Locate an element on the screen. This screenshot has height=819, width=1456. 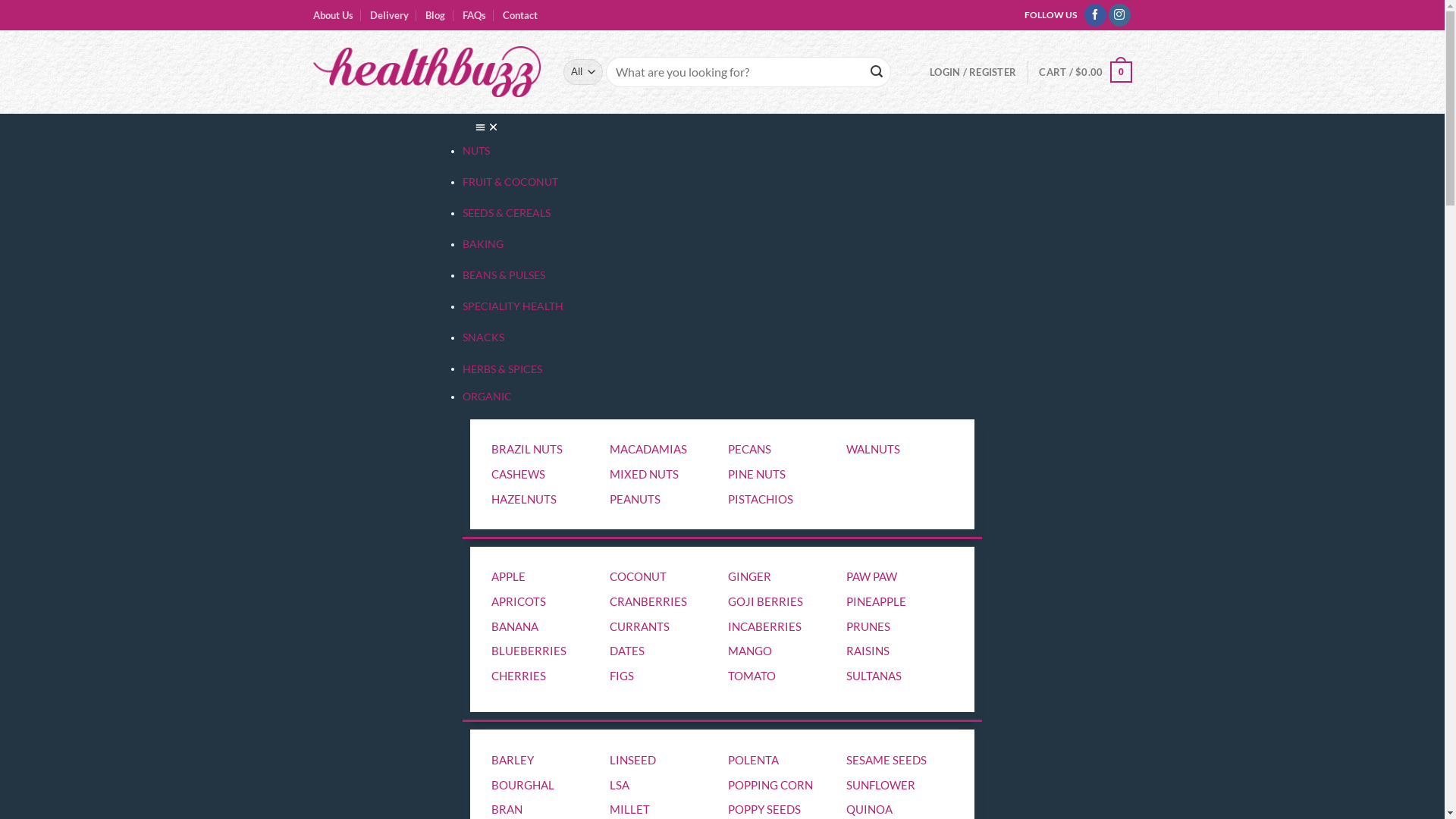
'SUNFLOWER' is located at coordinates (880, 784).